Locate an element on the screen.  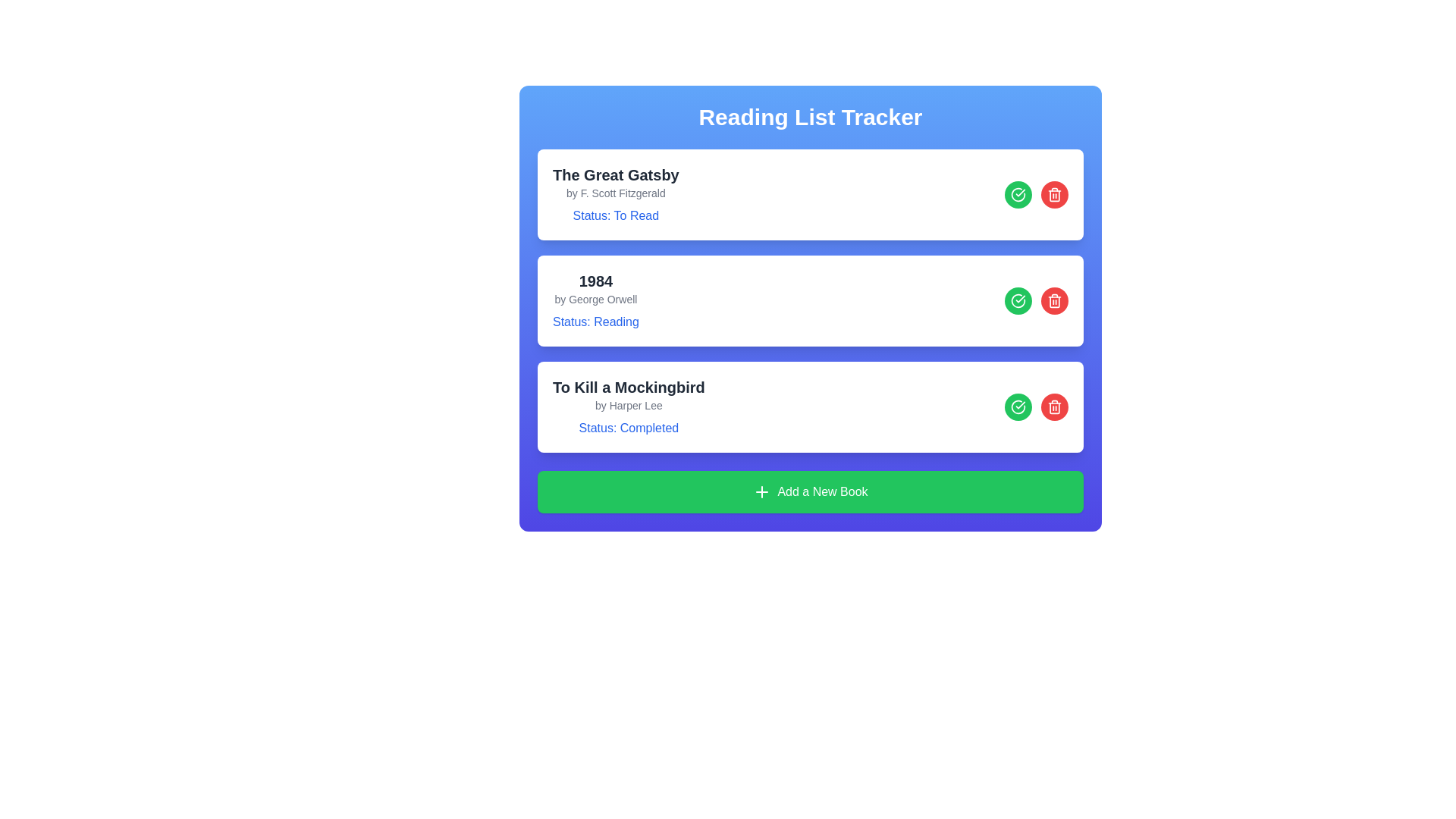
the confirmation button located in the top-right area of the 'To Kill a Mockingbird' book card is located at coordinates (1018, 406).